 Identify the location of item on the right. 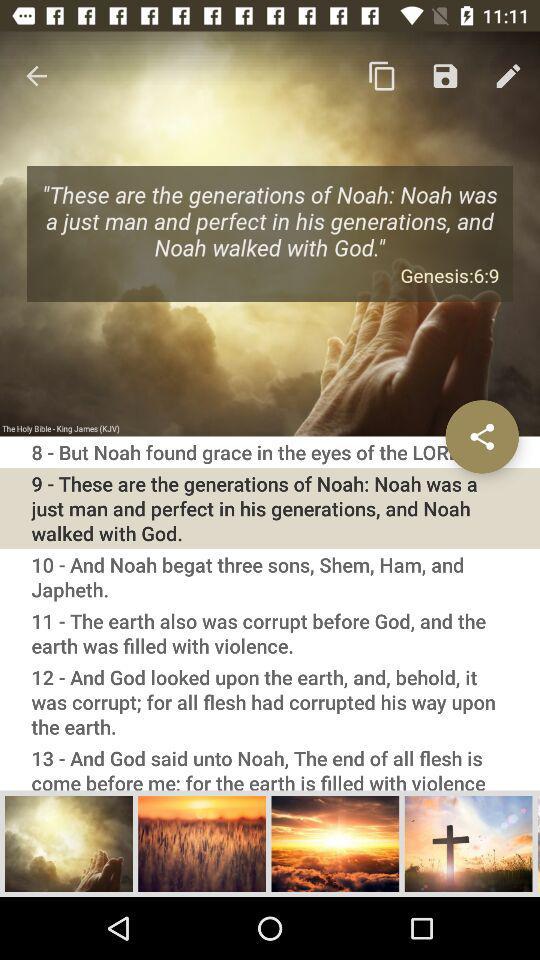
(481, 436).